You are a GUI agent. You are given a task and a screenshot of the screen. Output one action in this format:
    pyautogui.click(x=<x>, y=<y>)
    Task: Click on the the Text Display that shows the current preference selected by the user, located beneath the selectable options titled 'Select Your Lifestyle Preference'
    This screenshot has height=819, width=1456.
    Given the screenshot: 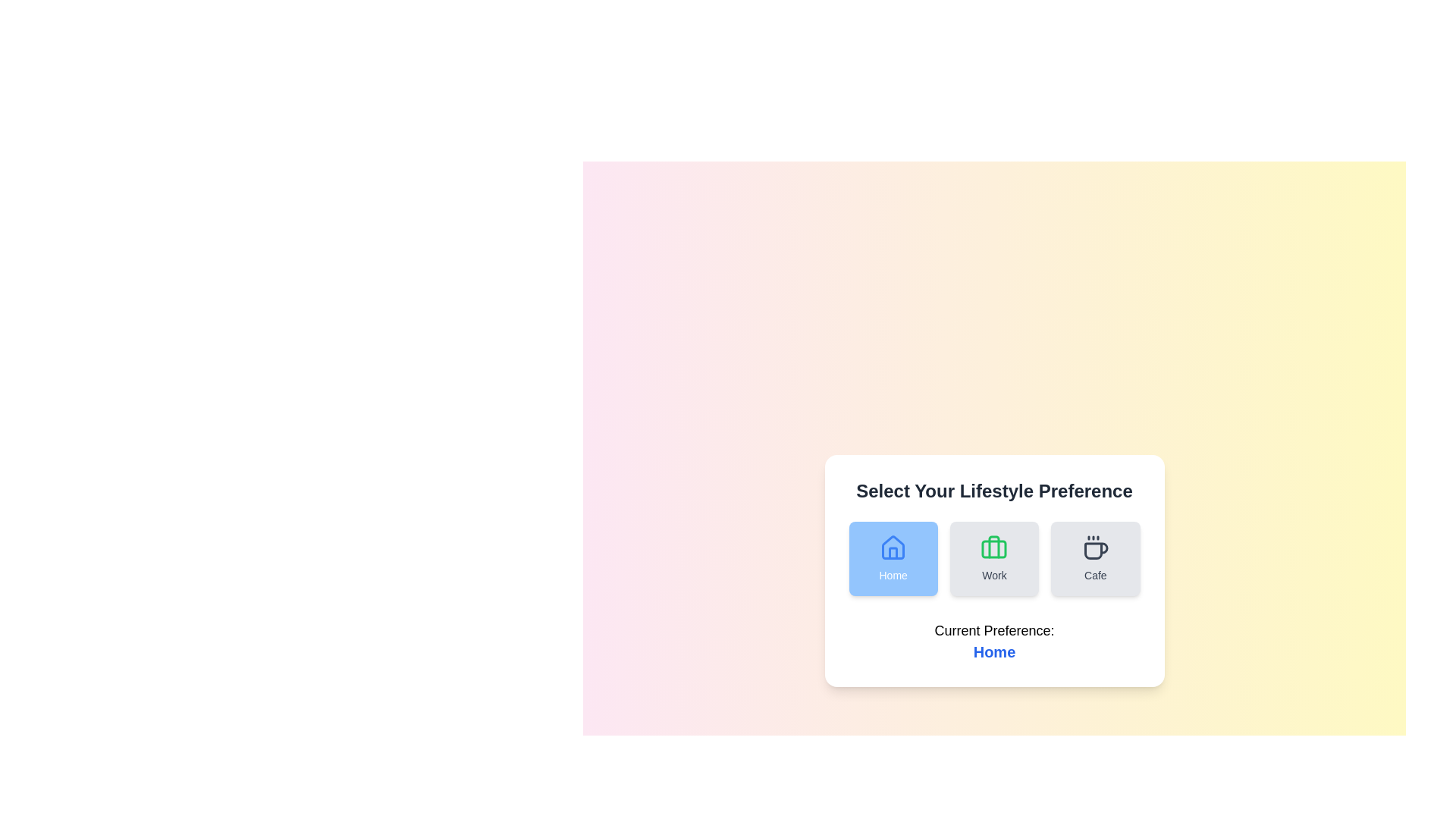 What is the action you would take?
    pyautogui.click(x=994, y=641)
    